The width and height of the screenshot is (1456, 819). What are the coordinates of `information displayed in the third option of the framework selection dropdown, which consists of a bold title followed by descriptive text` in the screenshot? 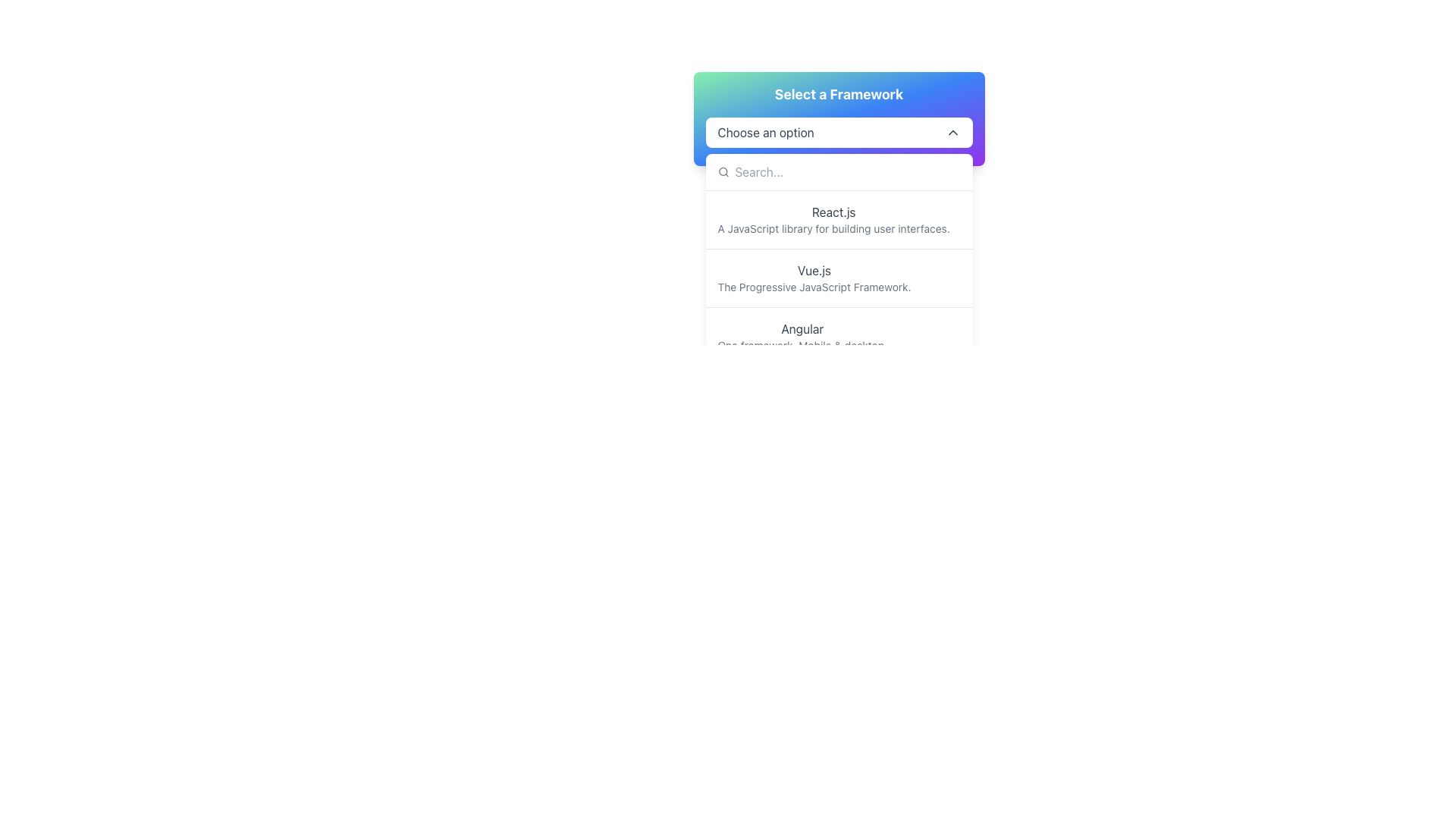 It's located at (802, 335).